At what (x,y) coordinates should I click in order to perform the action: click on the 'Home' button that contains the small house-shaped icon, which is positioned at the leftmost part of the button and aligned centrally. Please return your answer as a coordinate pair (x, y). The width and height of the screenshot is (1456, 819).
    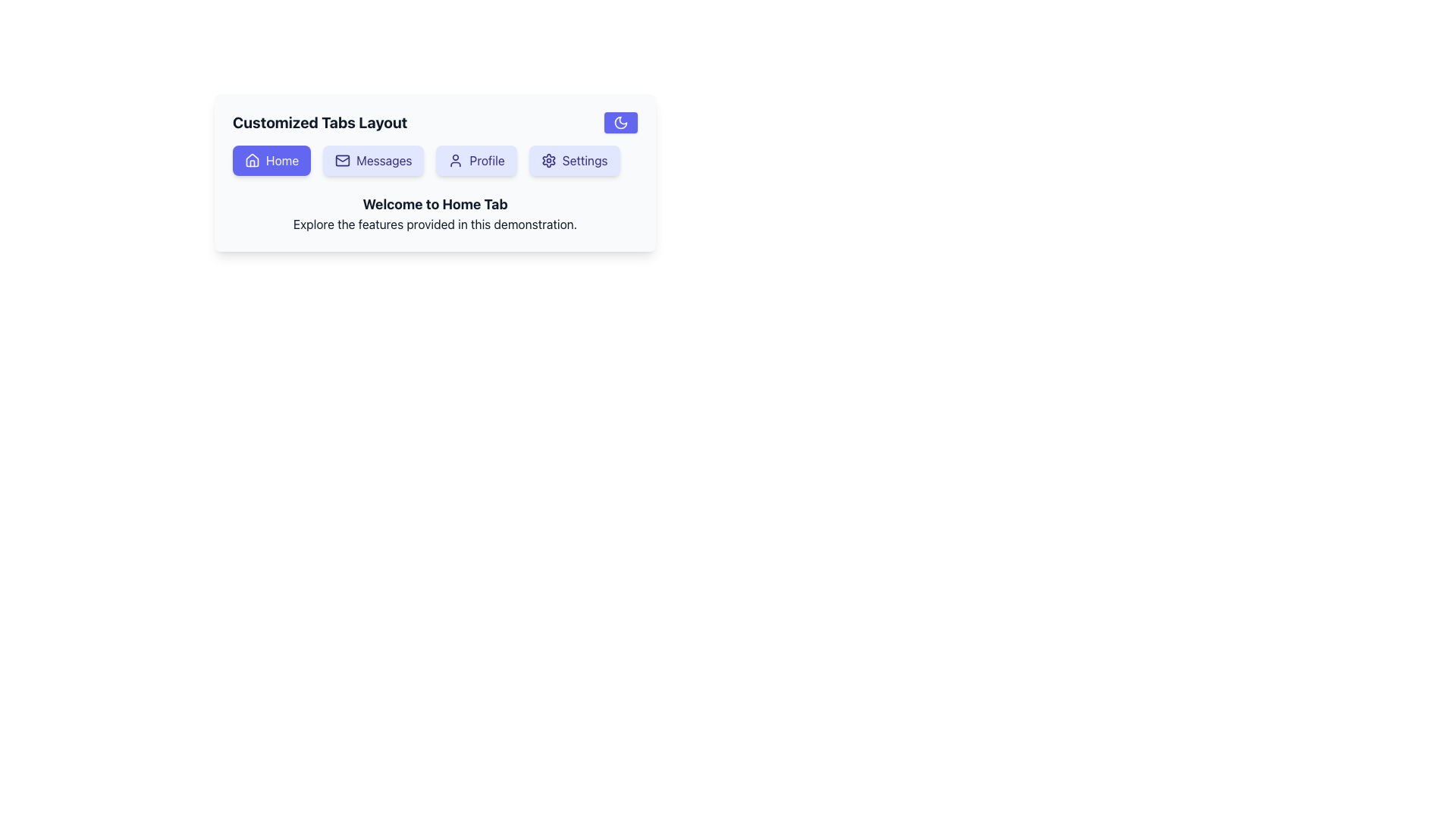
    Looking at the image, I should click on (252, 161).